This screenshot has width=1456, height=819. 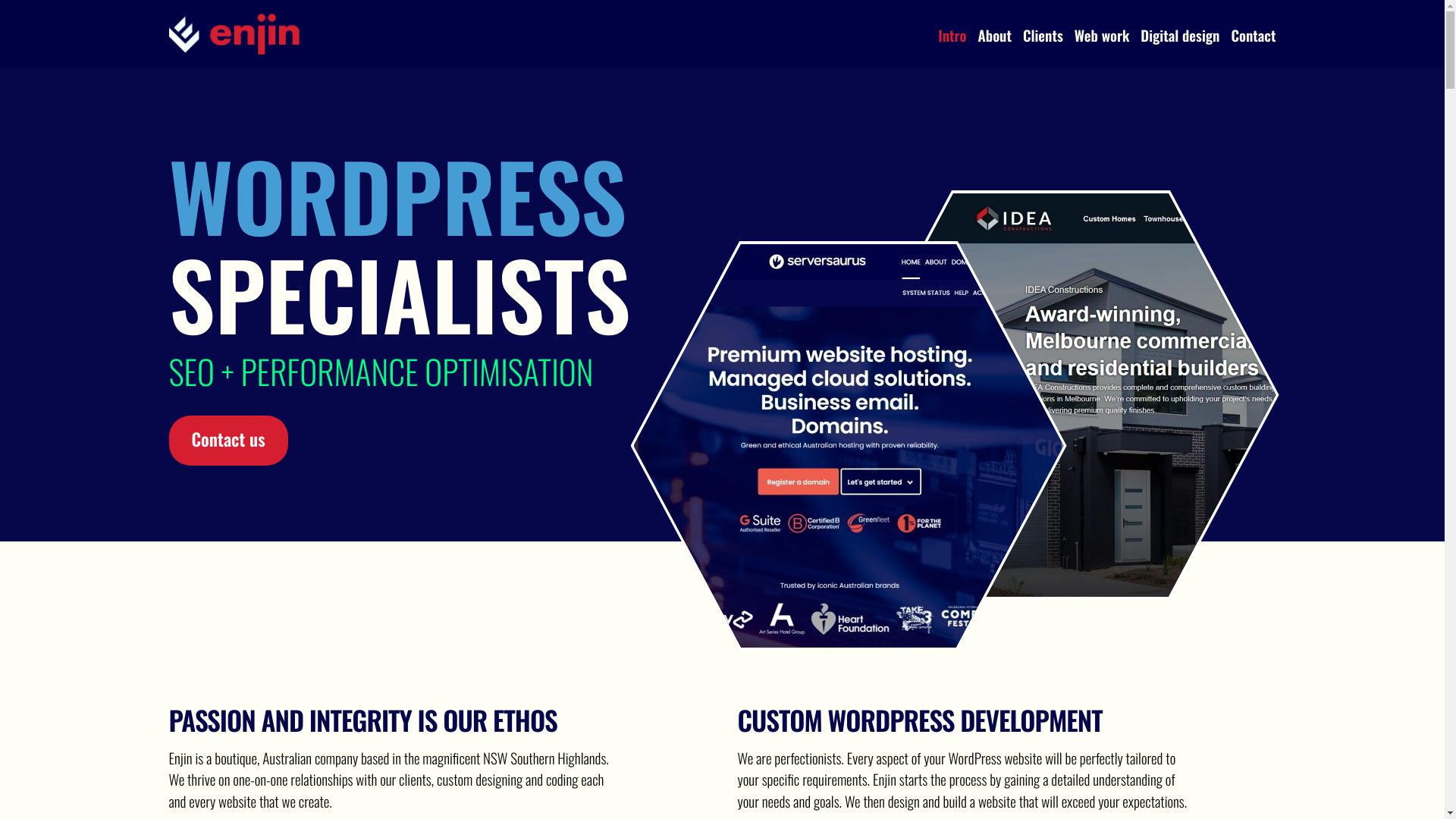 I want to click on 'Web work', so click(x=1073, y=35).